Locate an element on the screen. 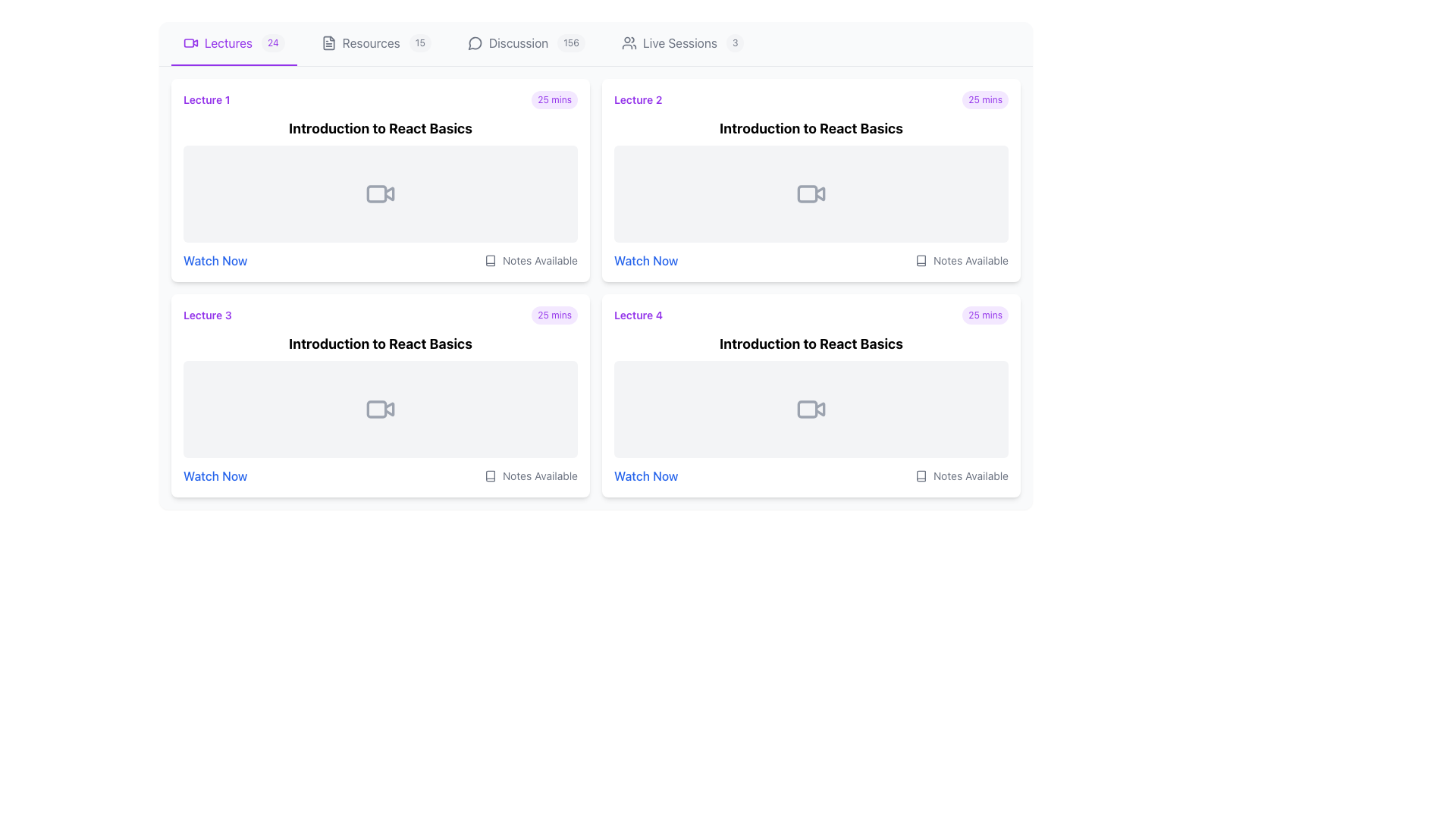  the 'Notes Available' label with a book icon located in the bottom-right portion of the first lecture card, adjacent to the 'Watch Now' button is located at coordinates (531, 259).